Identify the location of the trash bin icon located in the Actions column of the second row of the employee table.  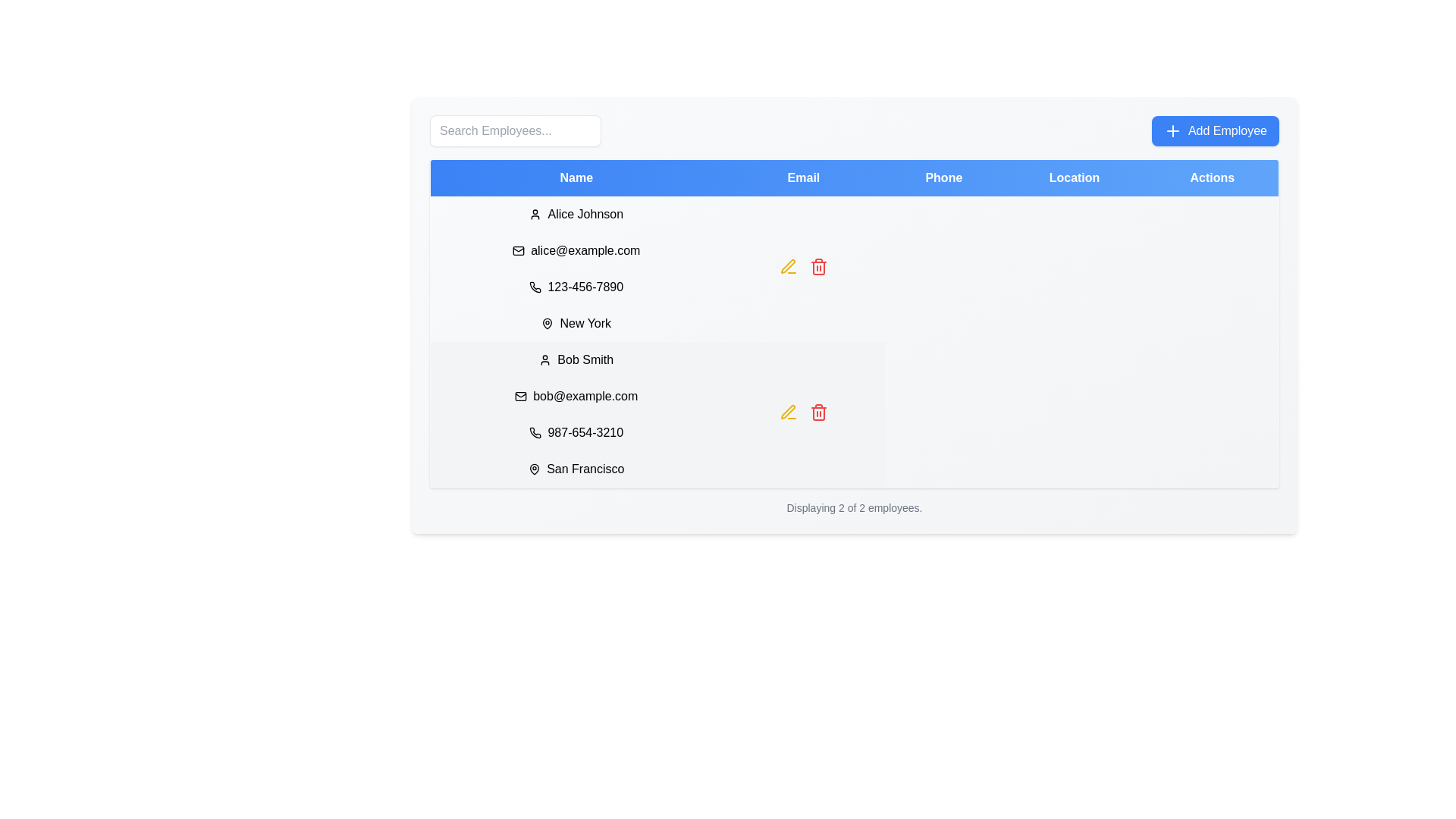
(818, 413).